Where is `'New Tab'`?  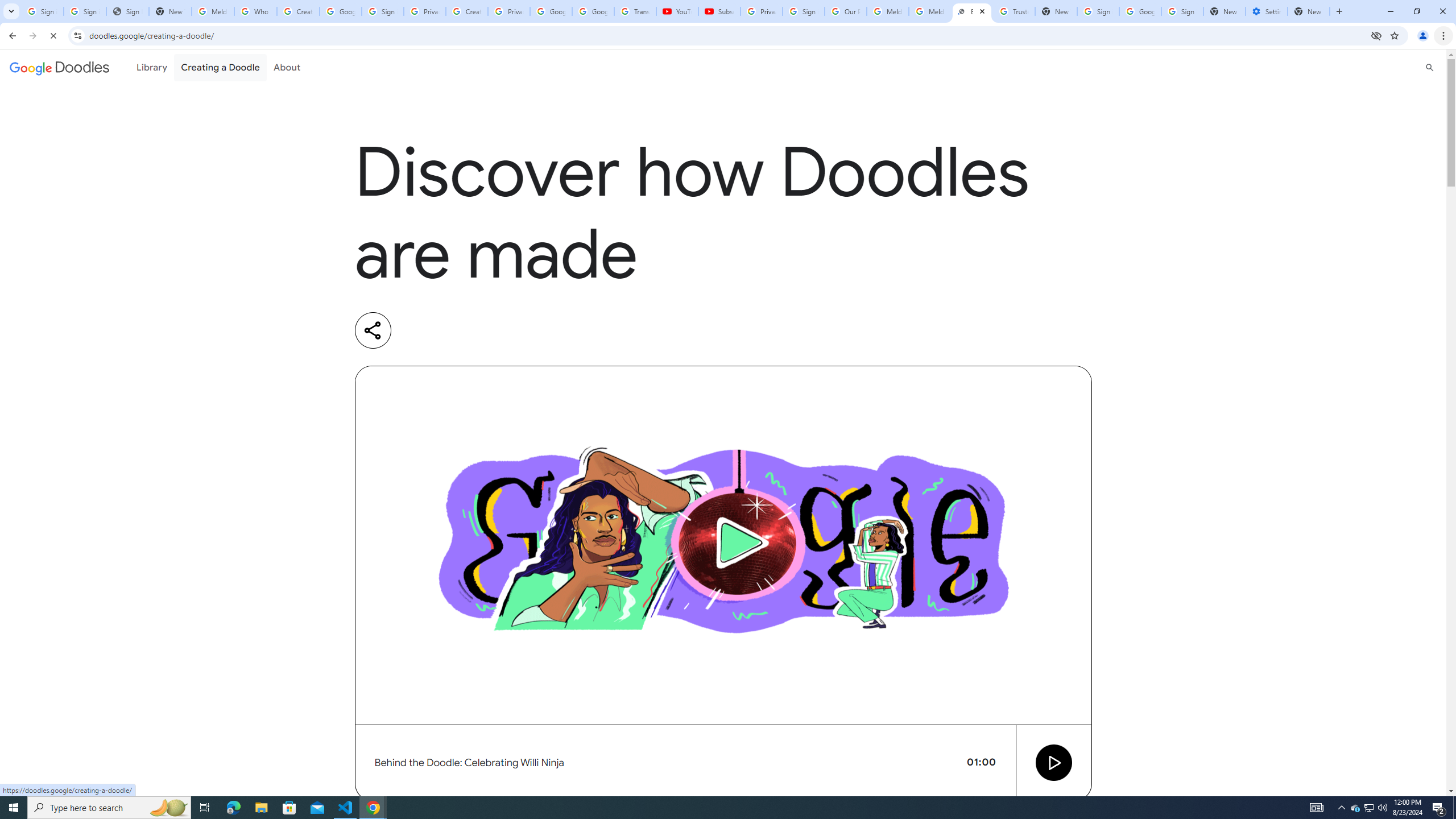 'New Tab' is located at coordinates (1308, 11).